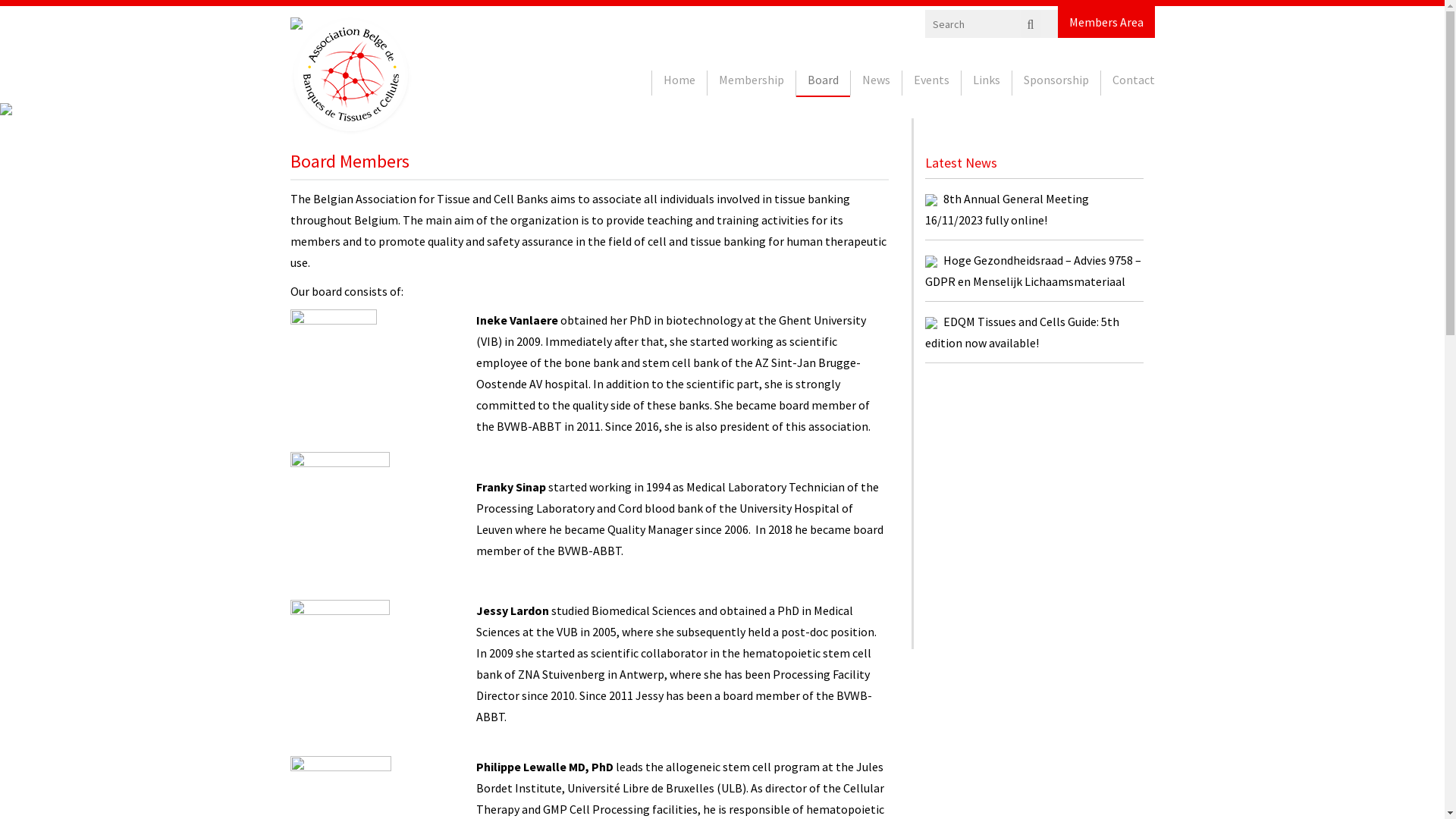 The image size is (1456, 819). What do you see at coordinates (1100, 83) in the screenshot?
I see `'Contact'` at bounding box center [1100, 83].